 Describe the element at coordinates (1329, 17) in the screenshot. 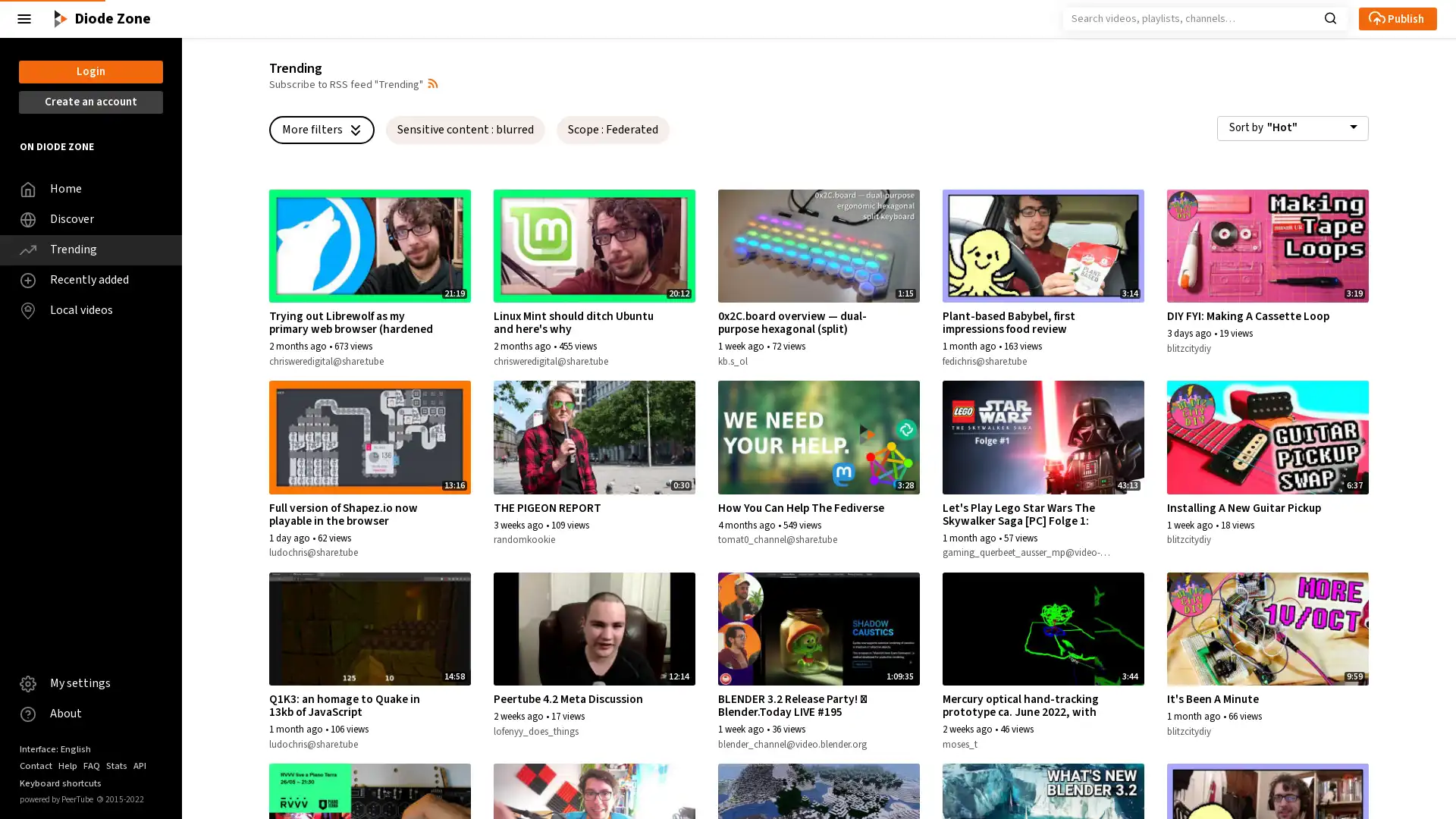

I see `Search` at that location.